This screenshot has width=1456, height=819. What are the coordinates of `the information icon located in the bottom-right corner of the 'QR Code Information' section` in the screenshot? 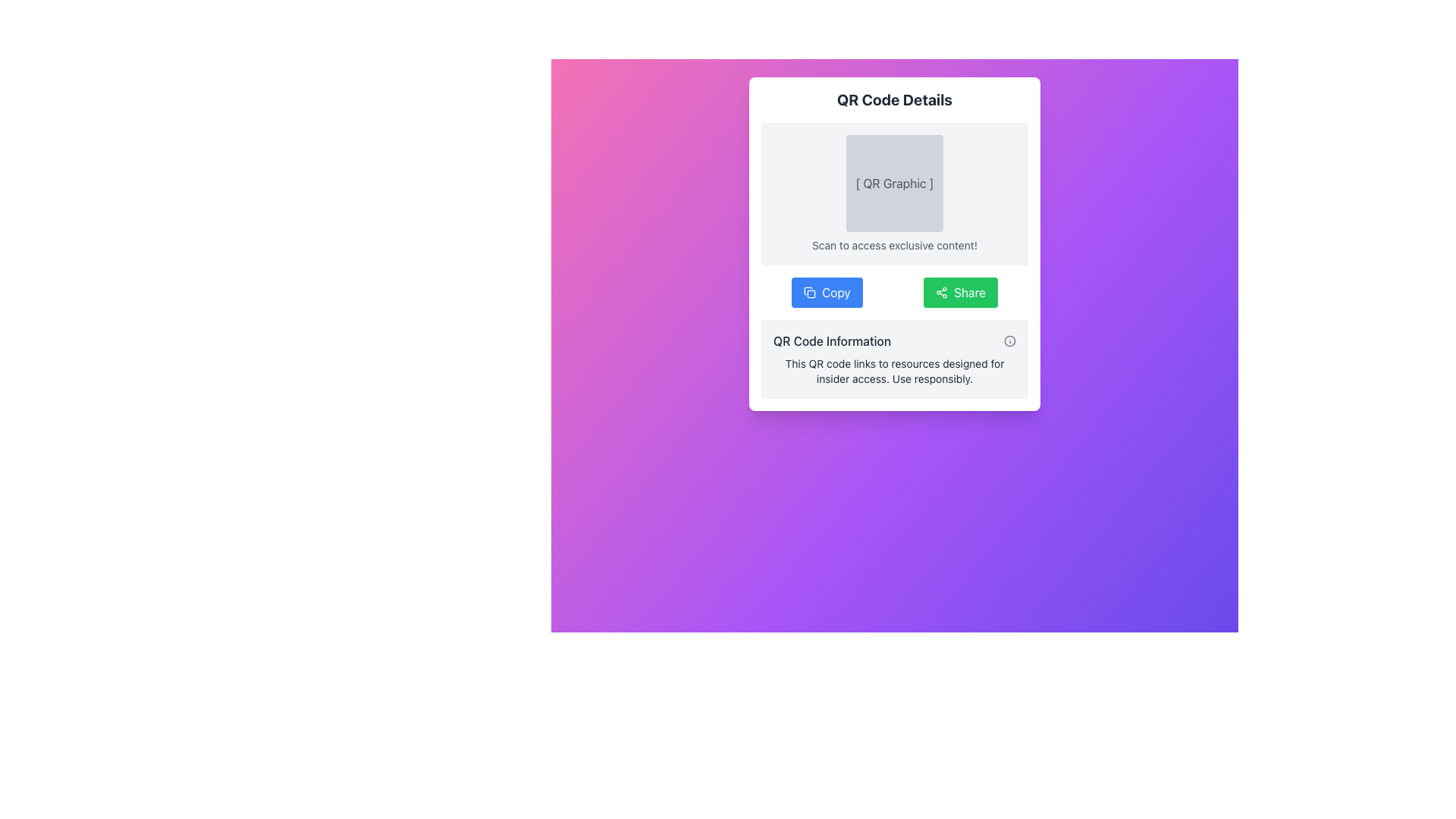 It's located at (1009, 341).